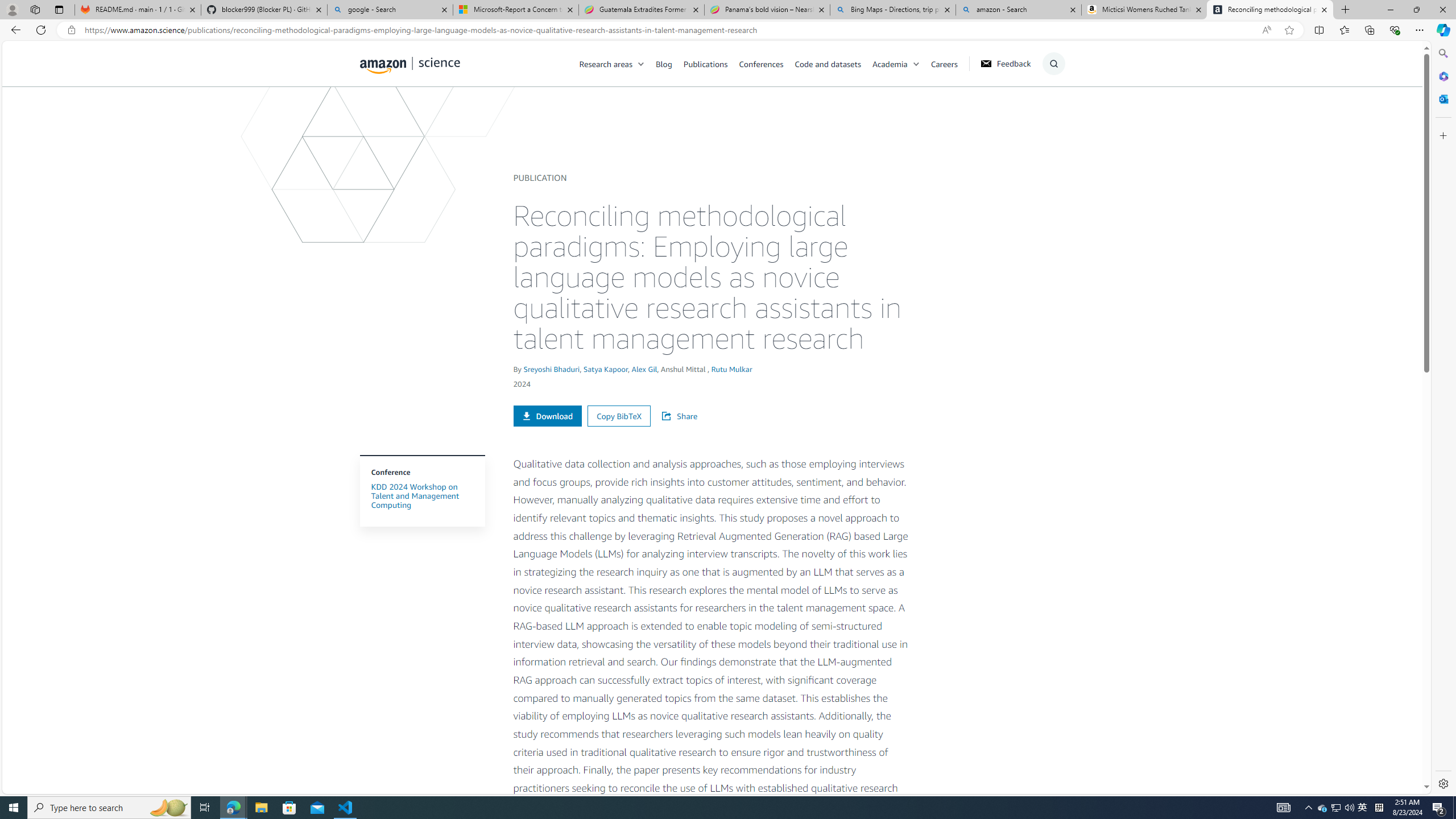  I want to click on 'Careers', so click(950, 63).